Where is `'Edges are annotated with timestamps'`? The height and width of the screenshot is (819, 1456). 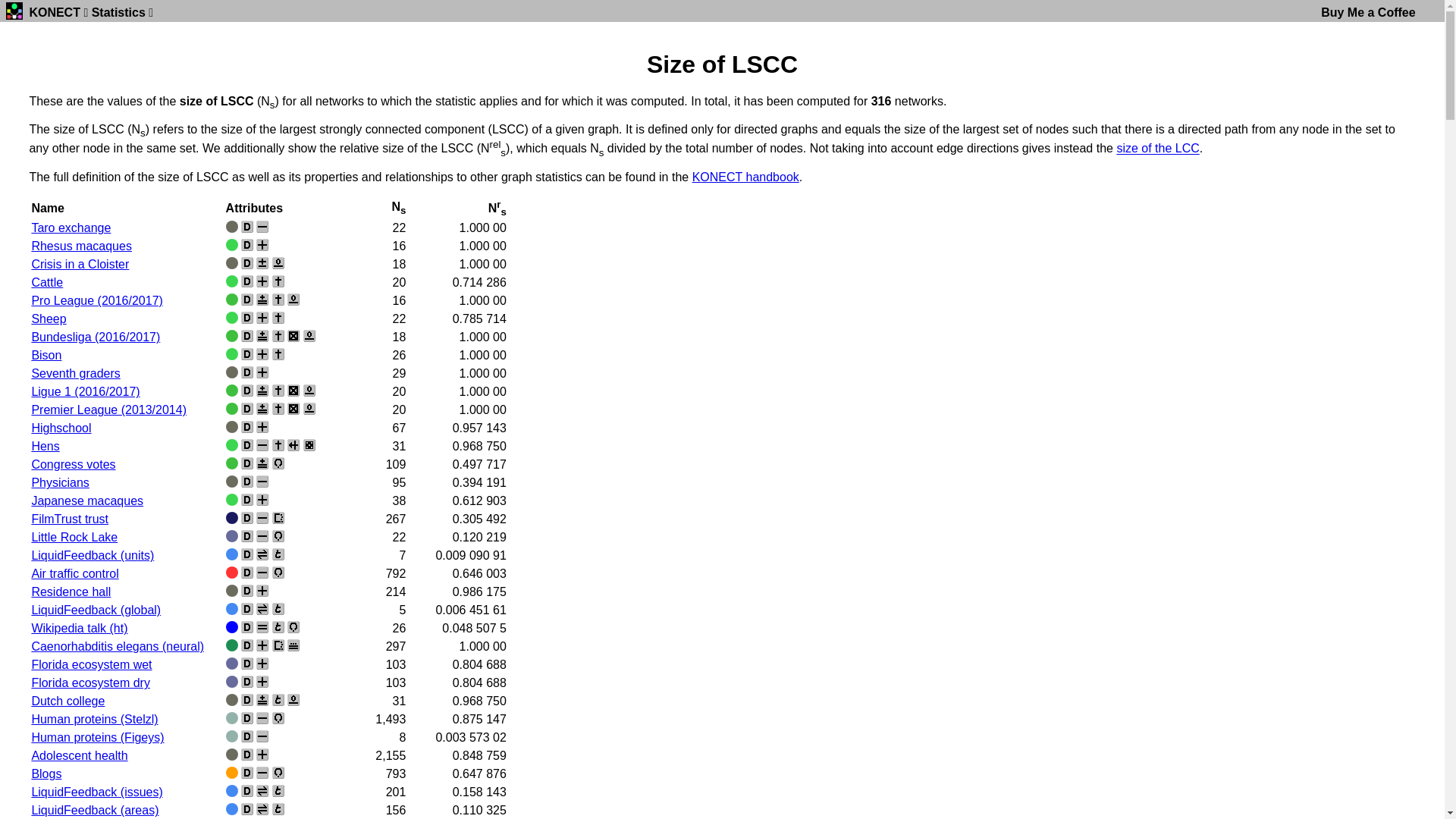 'Edges are annotated with timestamps' is located at coordinates (278, 808).